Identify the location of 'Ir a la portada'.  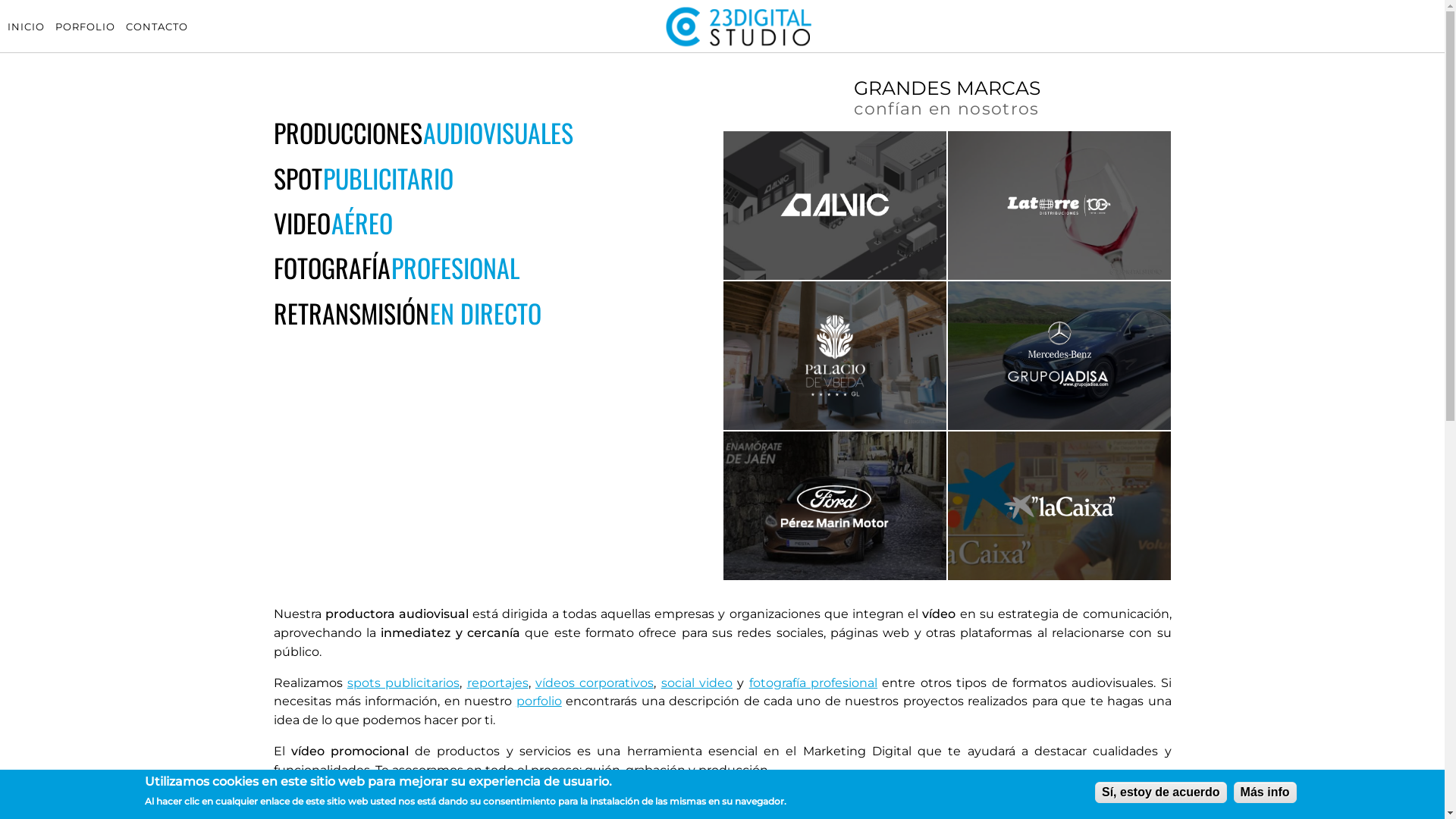
(739, 44).